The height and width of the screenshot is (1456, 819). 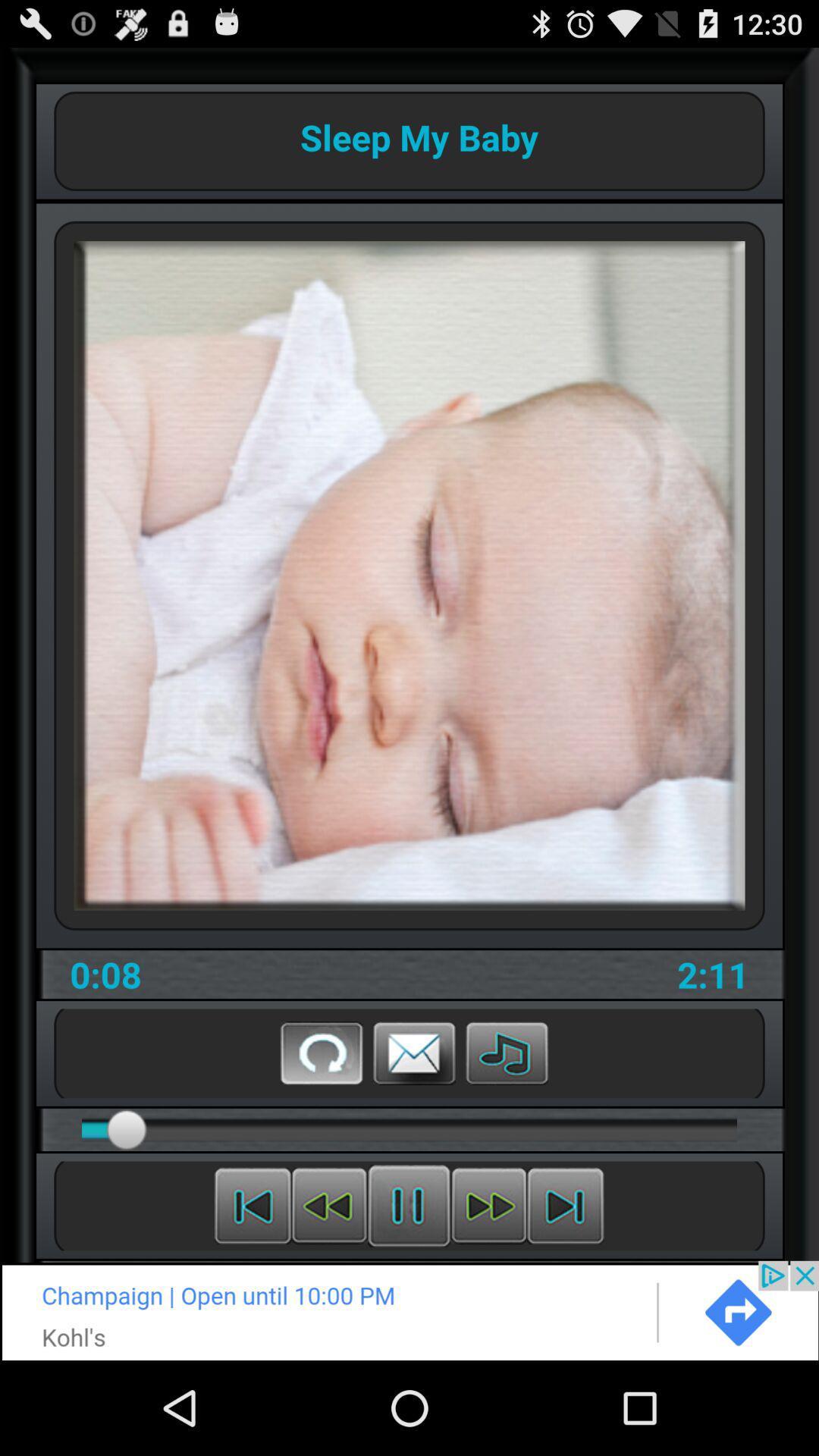 What do you see at coordinates (414, 1052) in the screenshot?
I see `message of store` at bounding box center [414, 1052].